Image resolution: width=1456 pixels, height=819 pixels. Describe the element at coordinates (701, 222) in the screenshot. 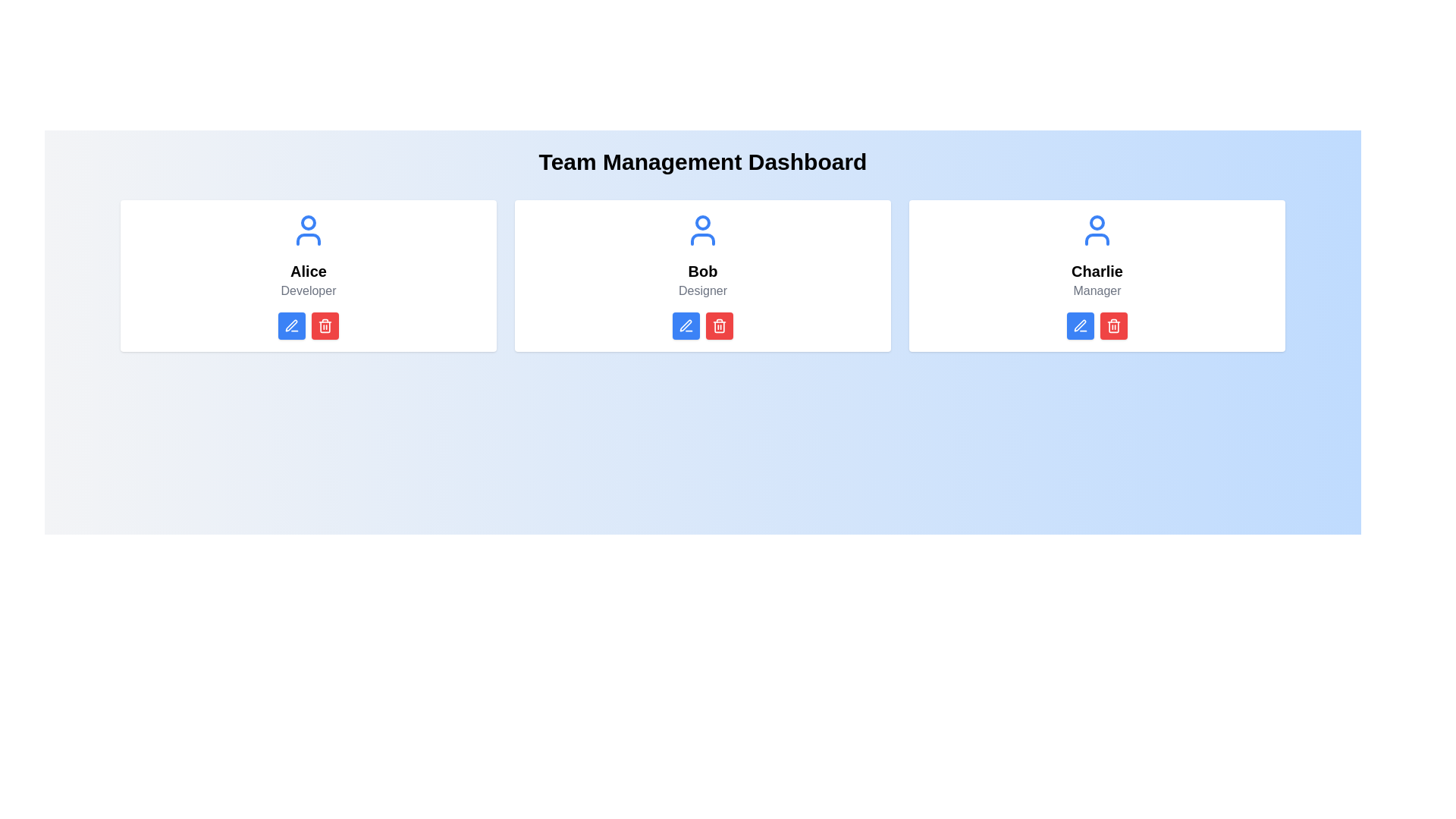

I see `the small blue circular shape centered within the user avatar icon located at the top of the 'Bob Designer' card in the 'Team Management Dashboard'` at that location.